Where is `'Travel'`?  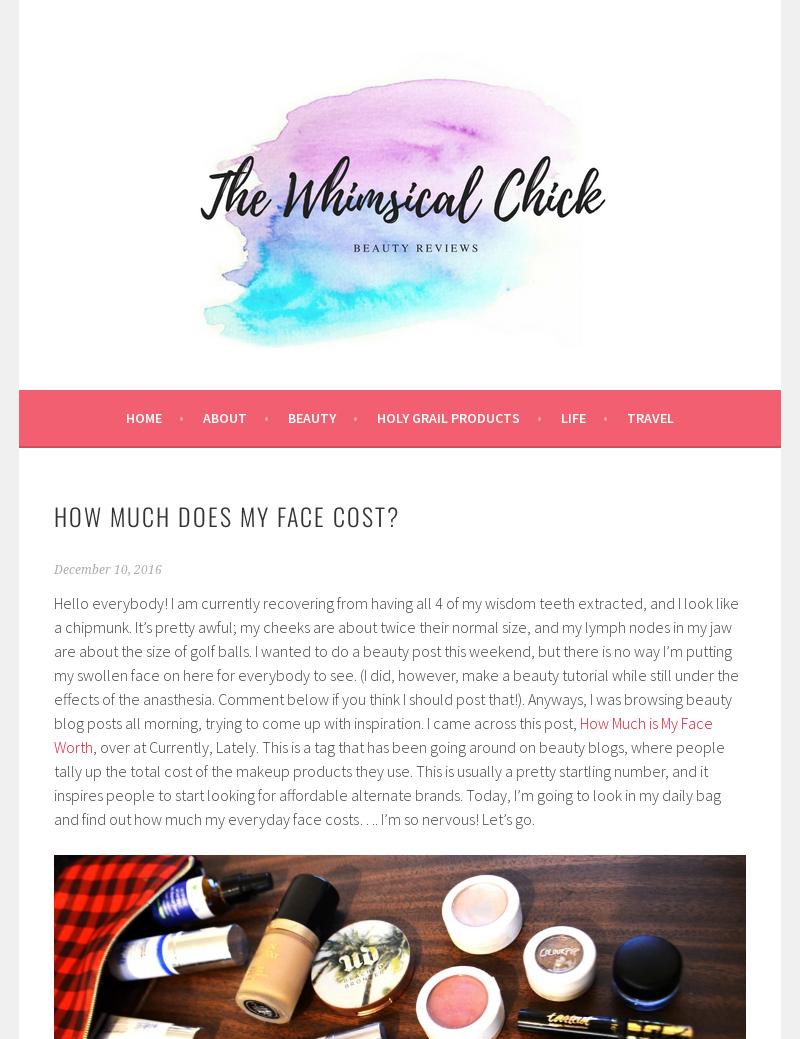
'Travel' is located at coordinates (649, 416).